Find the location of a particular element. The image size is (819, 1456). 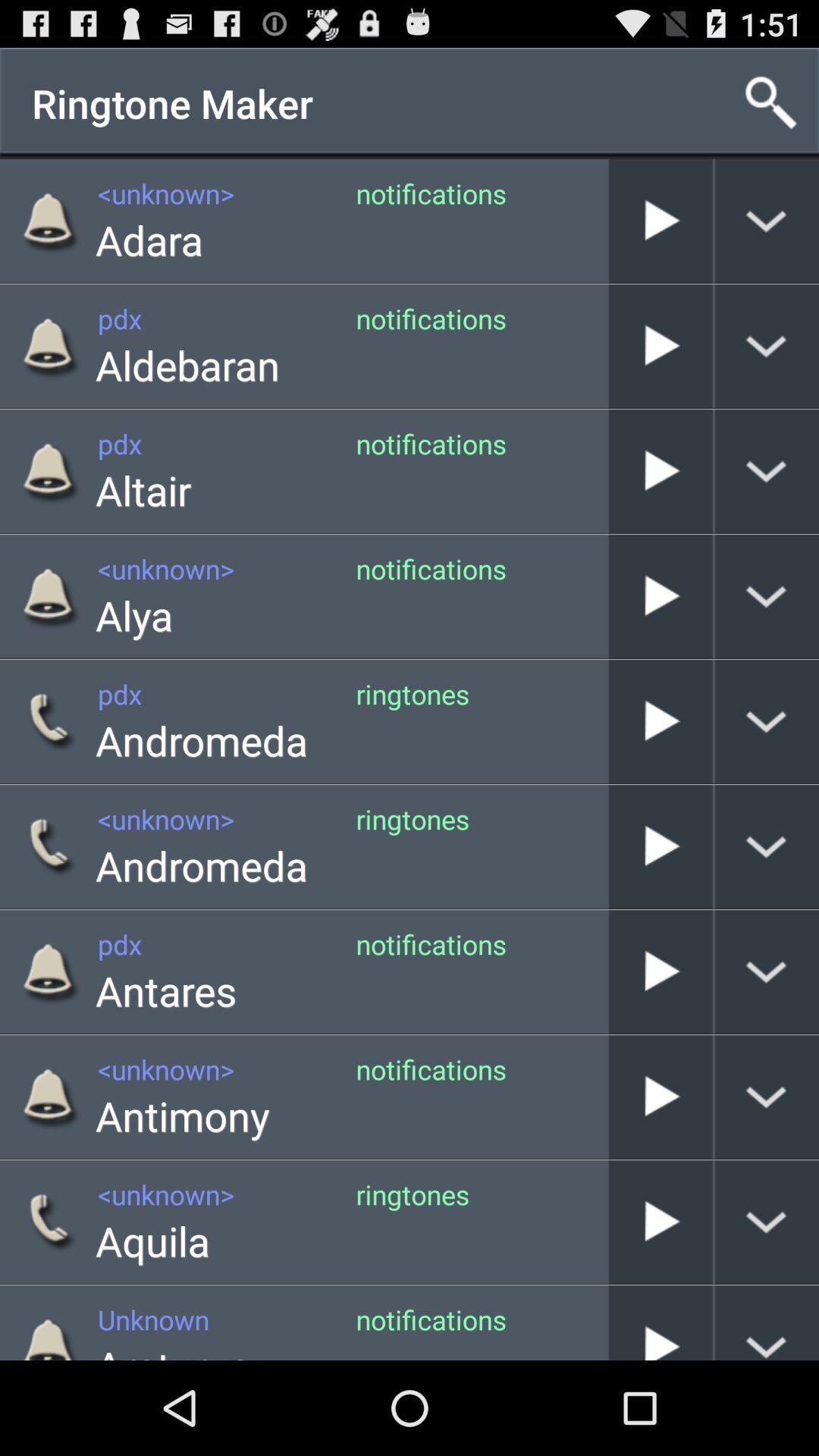

play is located at coordinates (660, 1322).